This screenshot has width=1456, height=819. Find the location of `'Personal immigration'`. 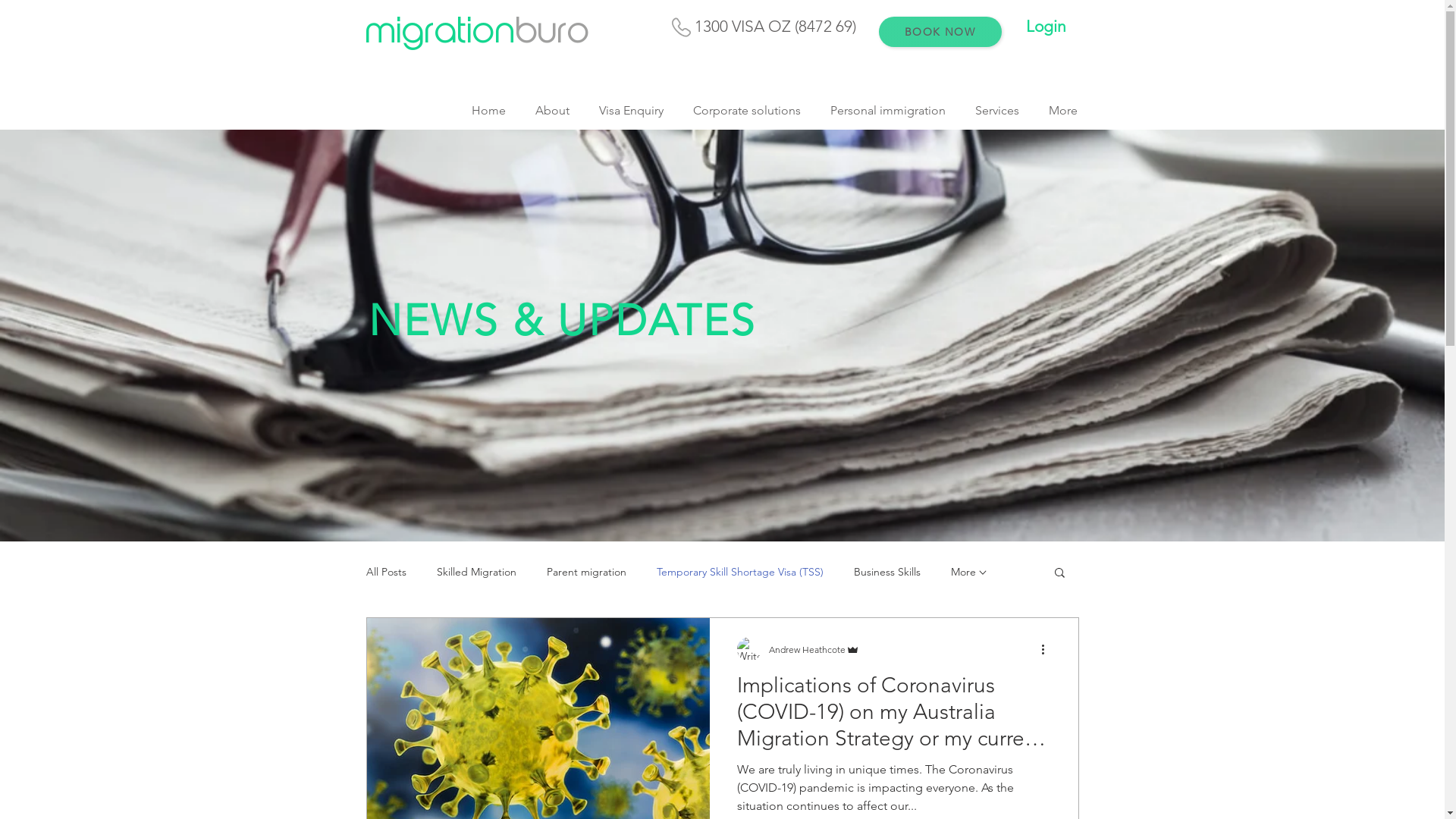

'Personal immigration' is located at coordinates (888, 110).